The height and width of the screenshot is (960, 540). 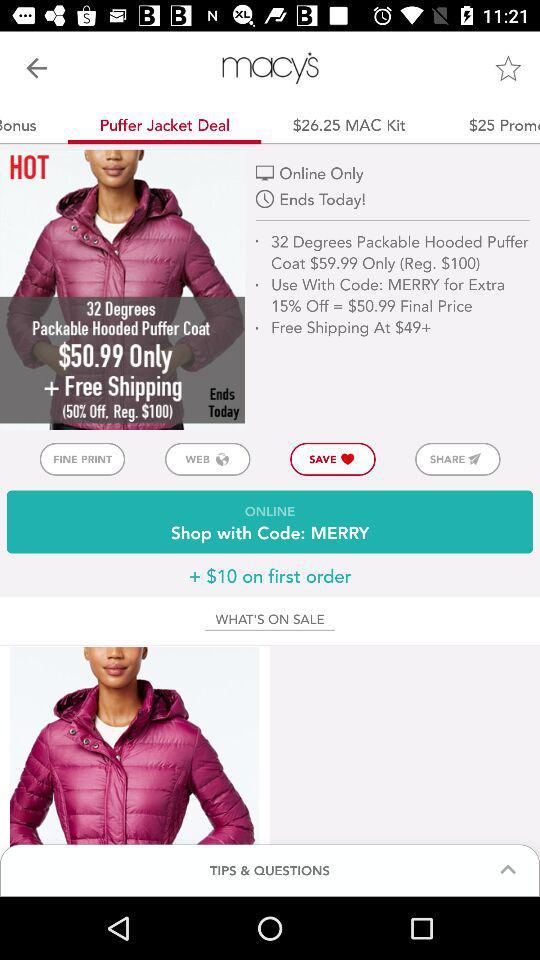 I want to click on icon below fine print icon, so click(x=270, y=521).